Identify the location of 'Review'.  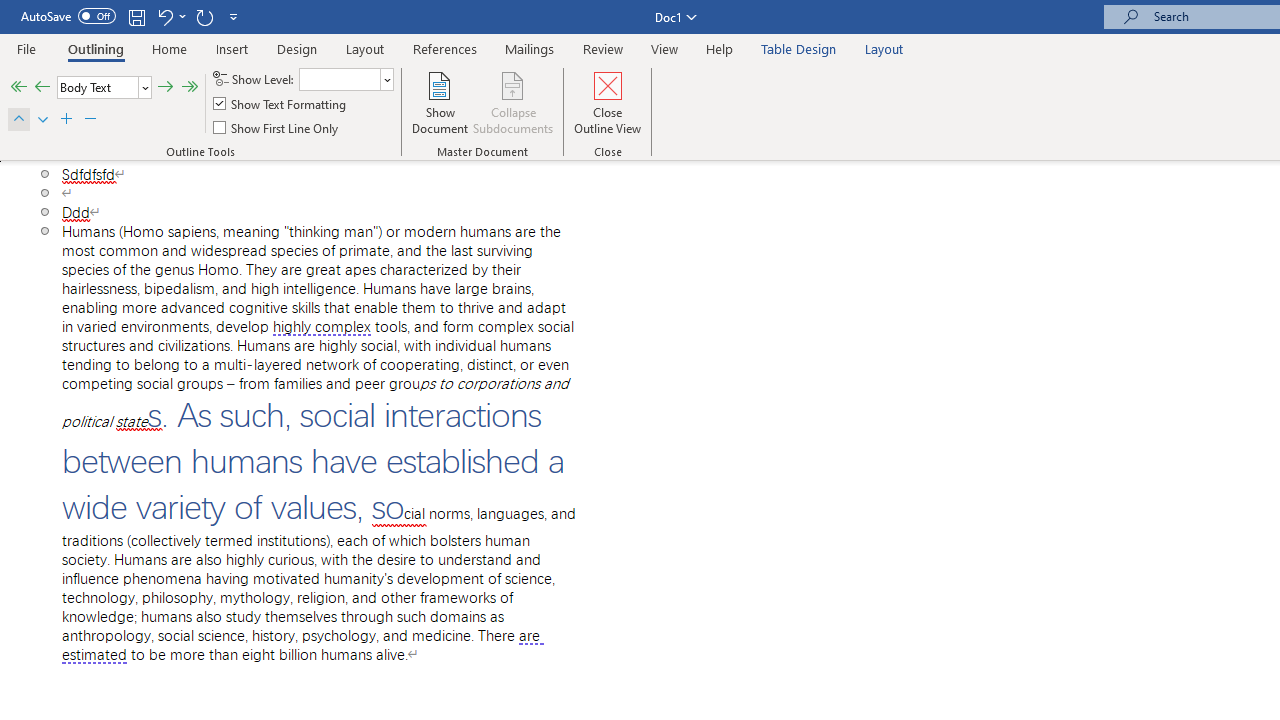
(602, 48).